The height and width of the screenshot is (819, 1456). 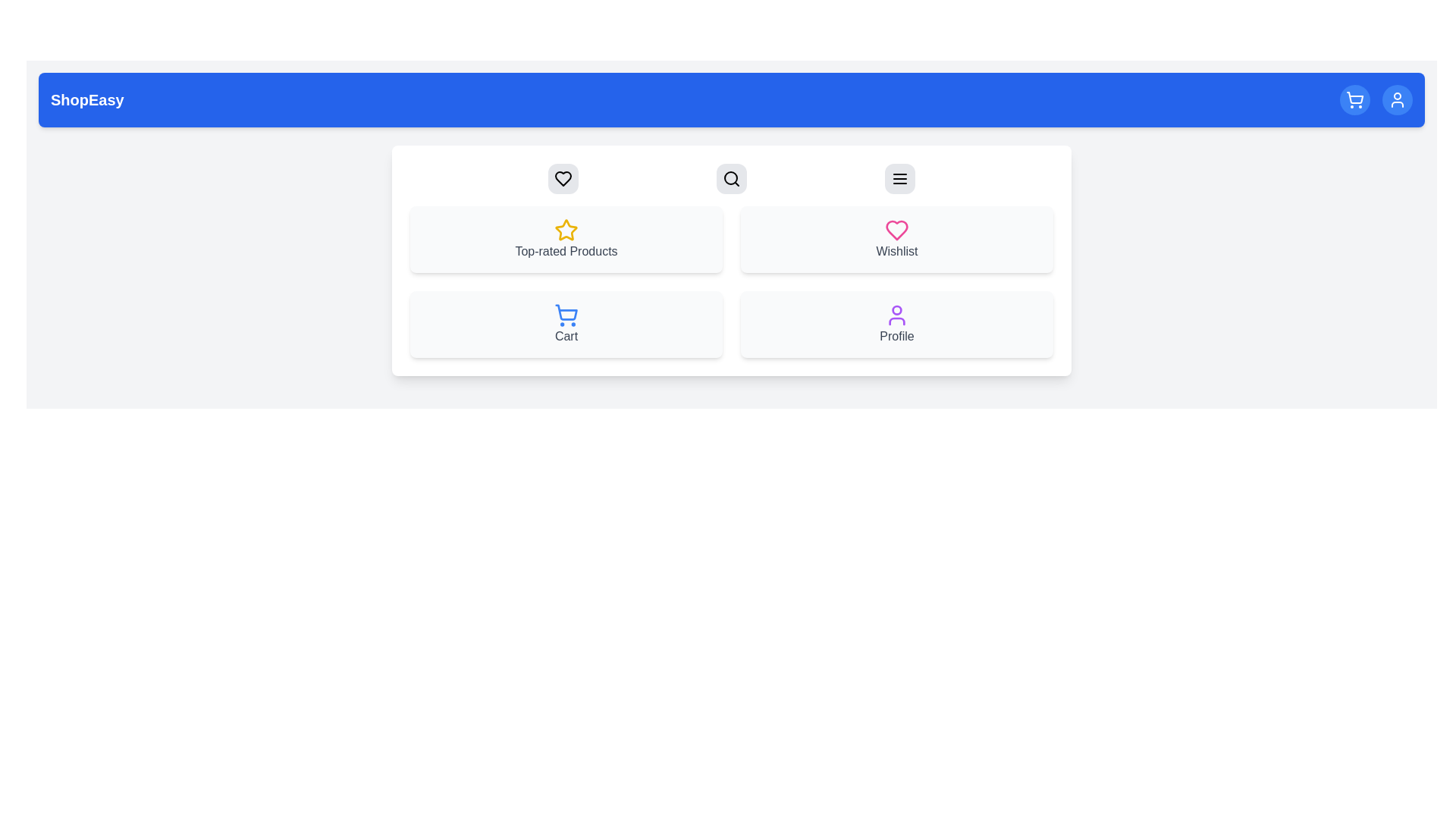 I want to click on the profile card located in the bottom-right corner of the grid layout, which provides access to personal information, settings, and customization options, so click(x=896, y=324).